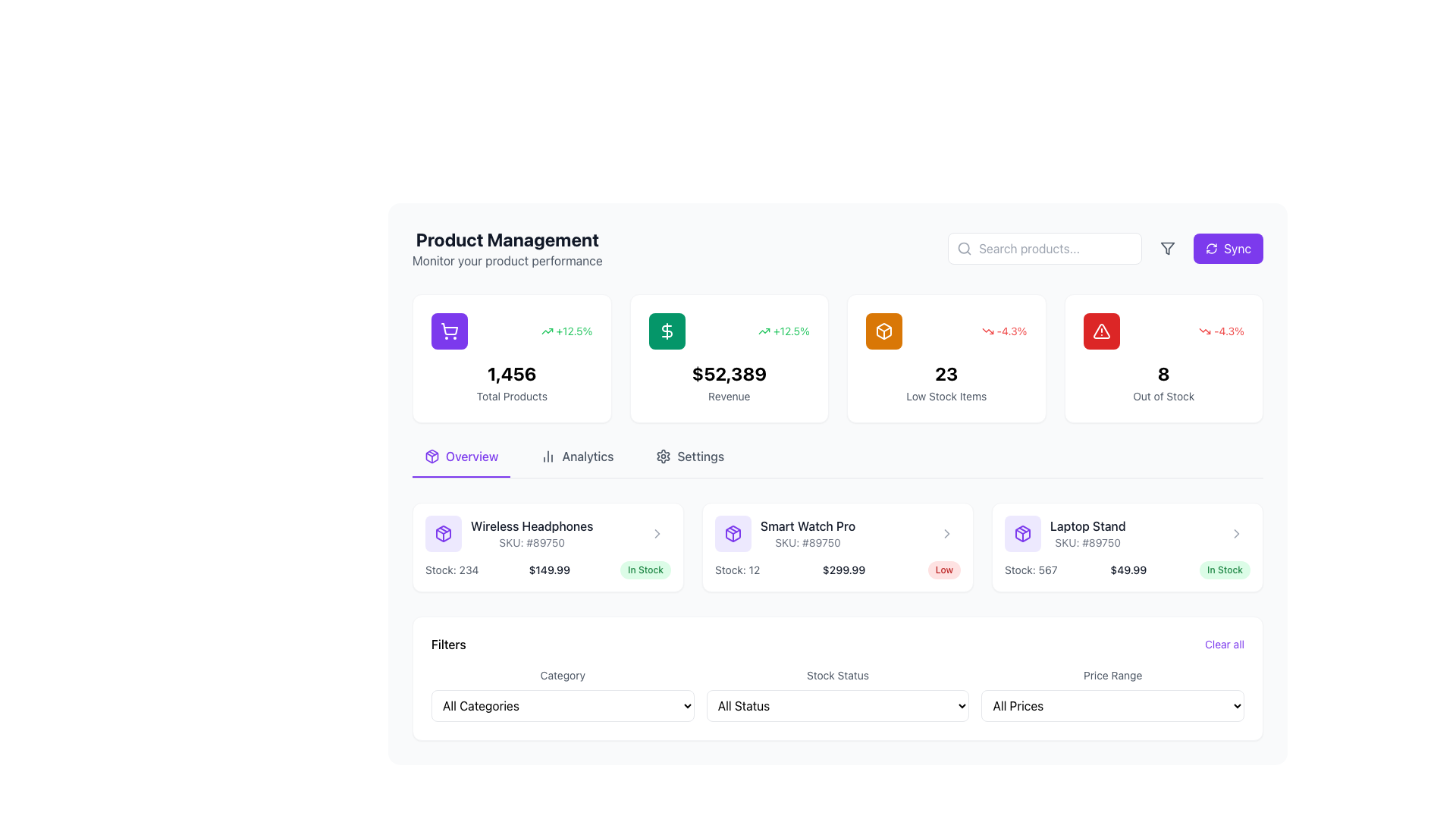 The height and width of the screenshot is (819, 1456). Describe the element at coordinates (1224, 644) in the screenshot. I see `the 'Clear all' hyperlink-style action button located at the far right of the 'Filters' section to observe the hover effect` at that location.